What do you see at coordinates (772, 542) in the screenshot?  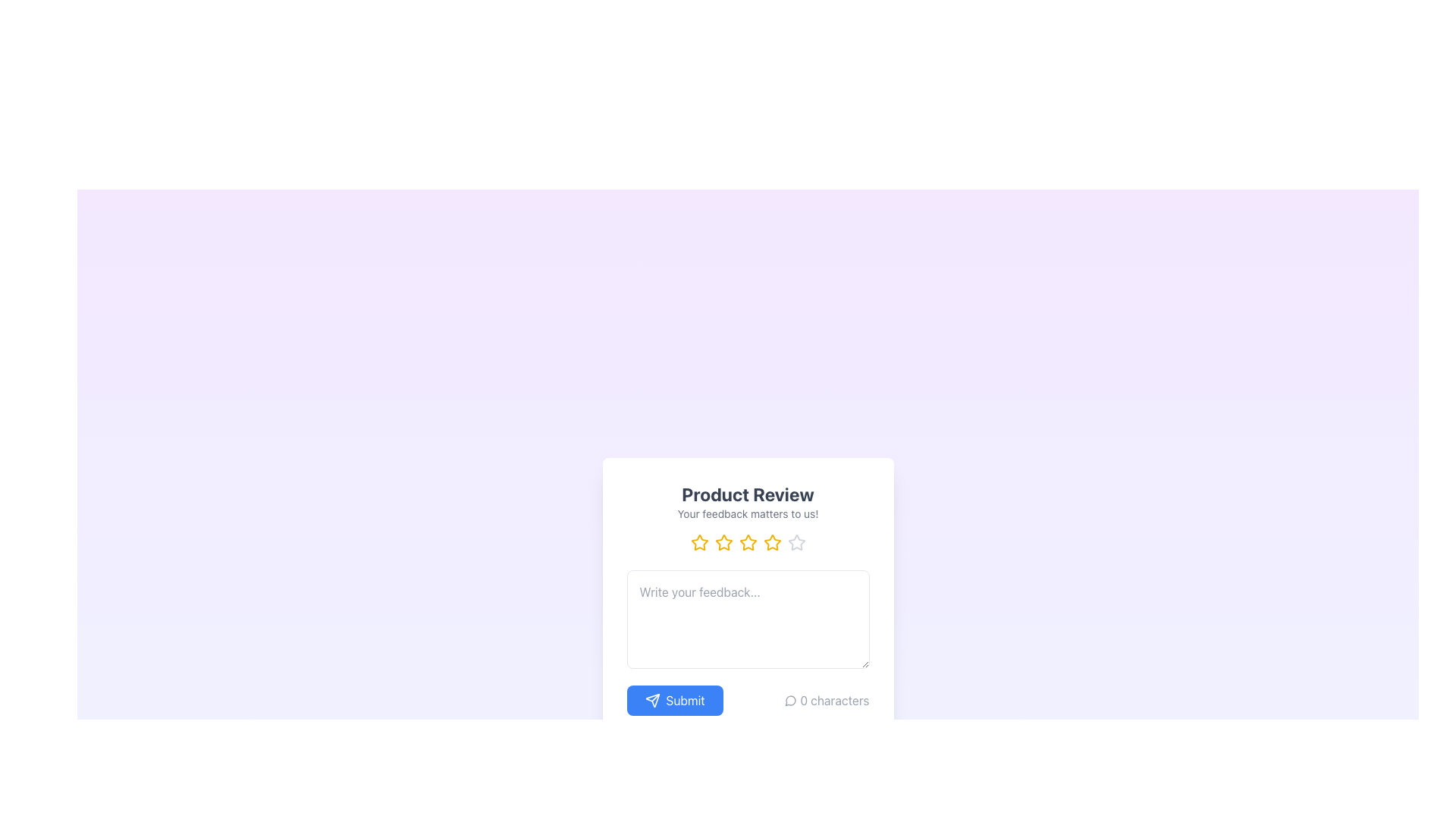 I see `the fourth star in the horizontal series of rating stars, located below the 'Product Review' text and above the text input field` at bounding box center [772, 542].